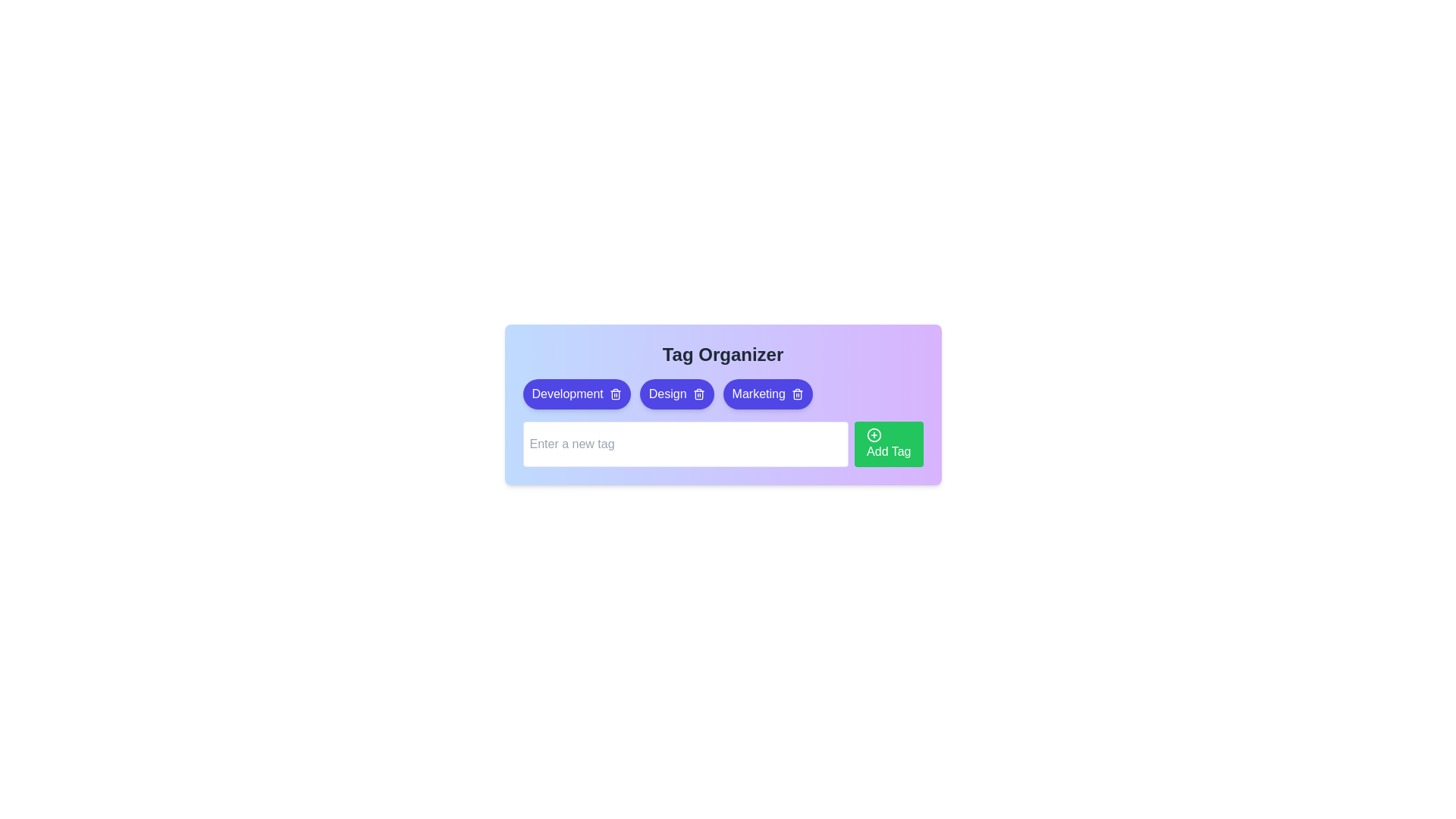 The height and width of the screenshot is (819, 1456). I want to click on the delete icon of the third tag in the 'Tag Organizer' section, so click(767, 394).